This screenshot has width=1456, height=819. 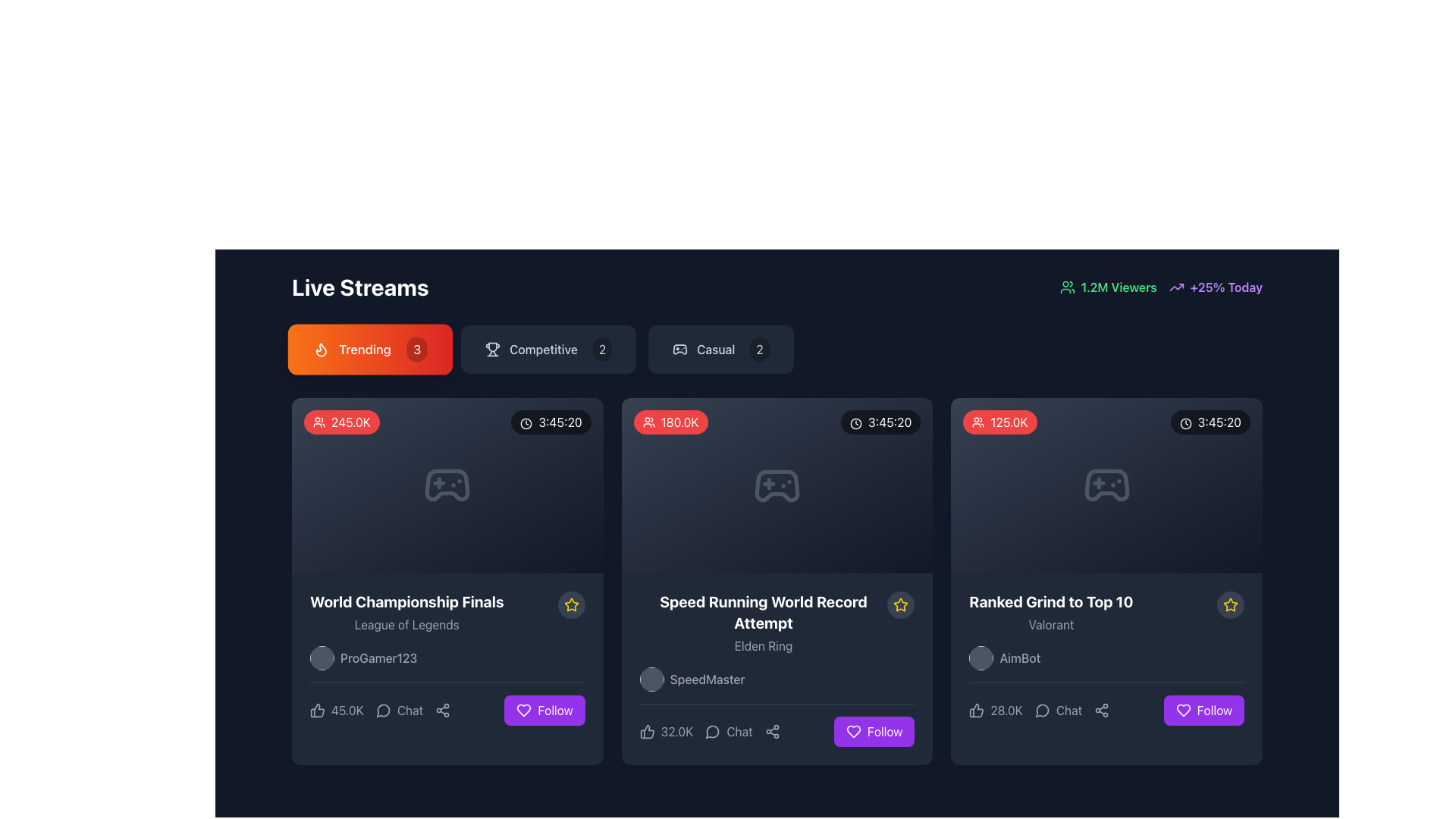 I want to click on the 'Casual' button, which features a game controller icon on the left, the text 'Casual' in the center, and a circular badge with the number '2' on the right, so click(x=720, y=350).